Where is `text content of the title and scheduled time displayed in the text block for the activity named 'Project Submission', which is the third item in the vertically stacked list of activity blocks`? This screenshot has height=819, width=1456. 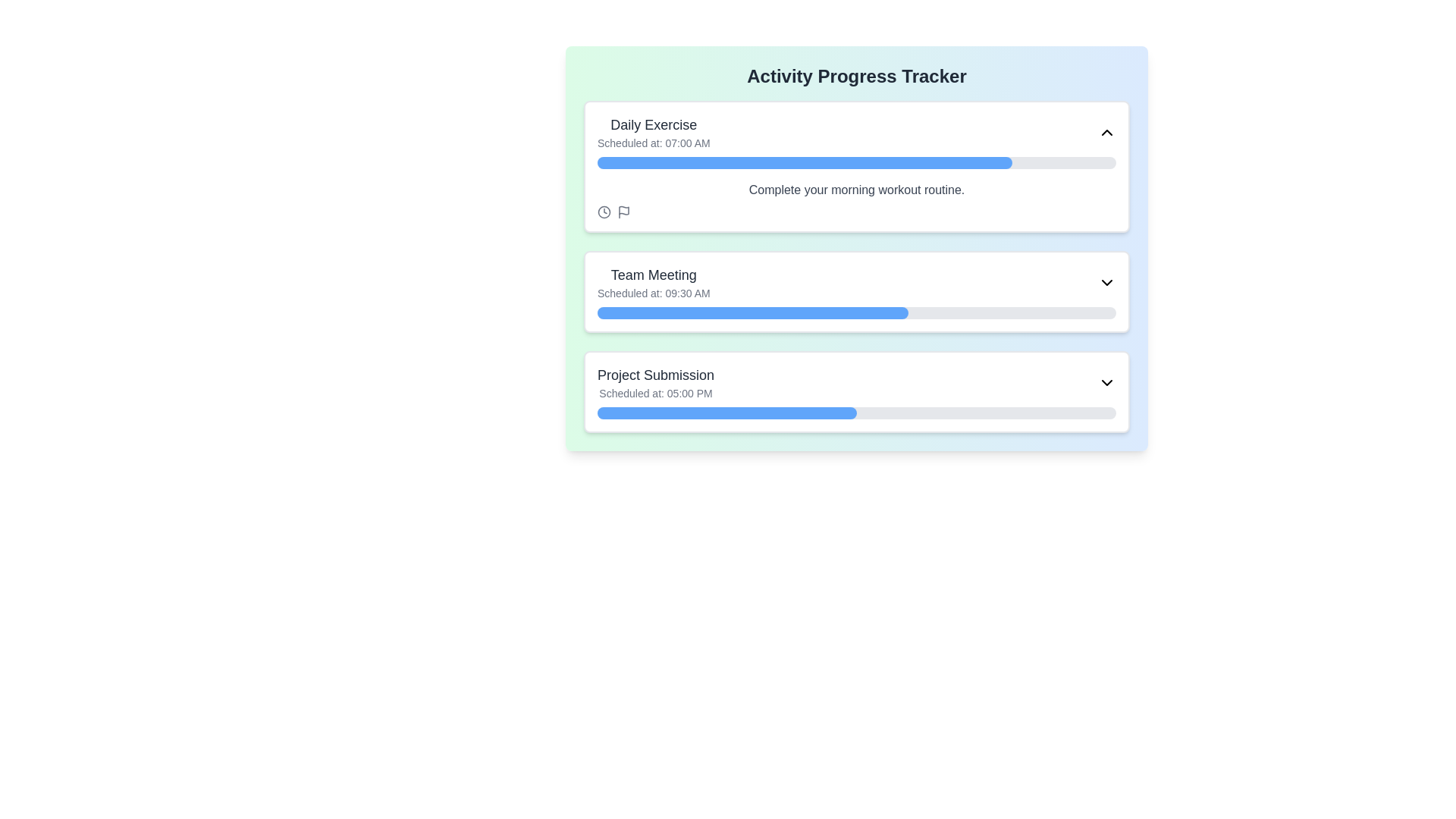 text content of the title and scheduled time displayed in the text block for the activity named 'Project Submission', which is the third item in the vertically stacked list of activity blocks is located at coordinates (655, 382).